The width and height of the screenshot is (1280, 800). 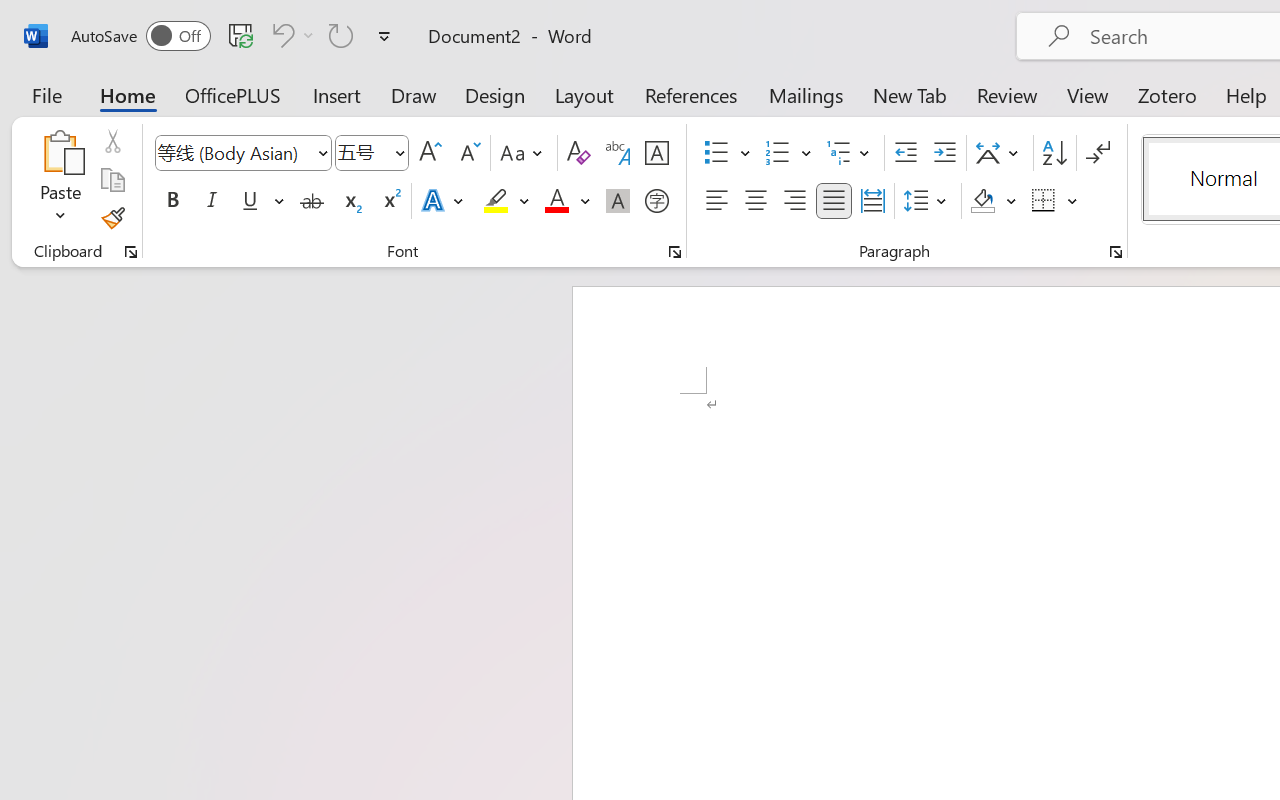 What do you see at coordinates (656, 153) in the screenshot?
I see `'Character Border'` at bounding box center [656, 153].